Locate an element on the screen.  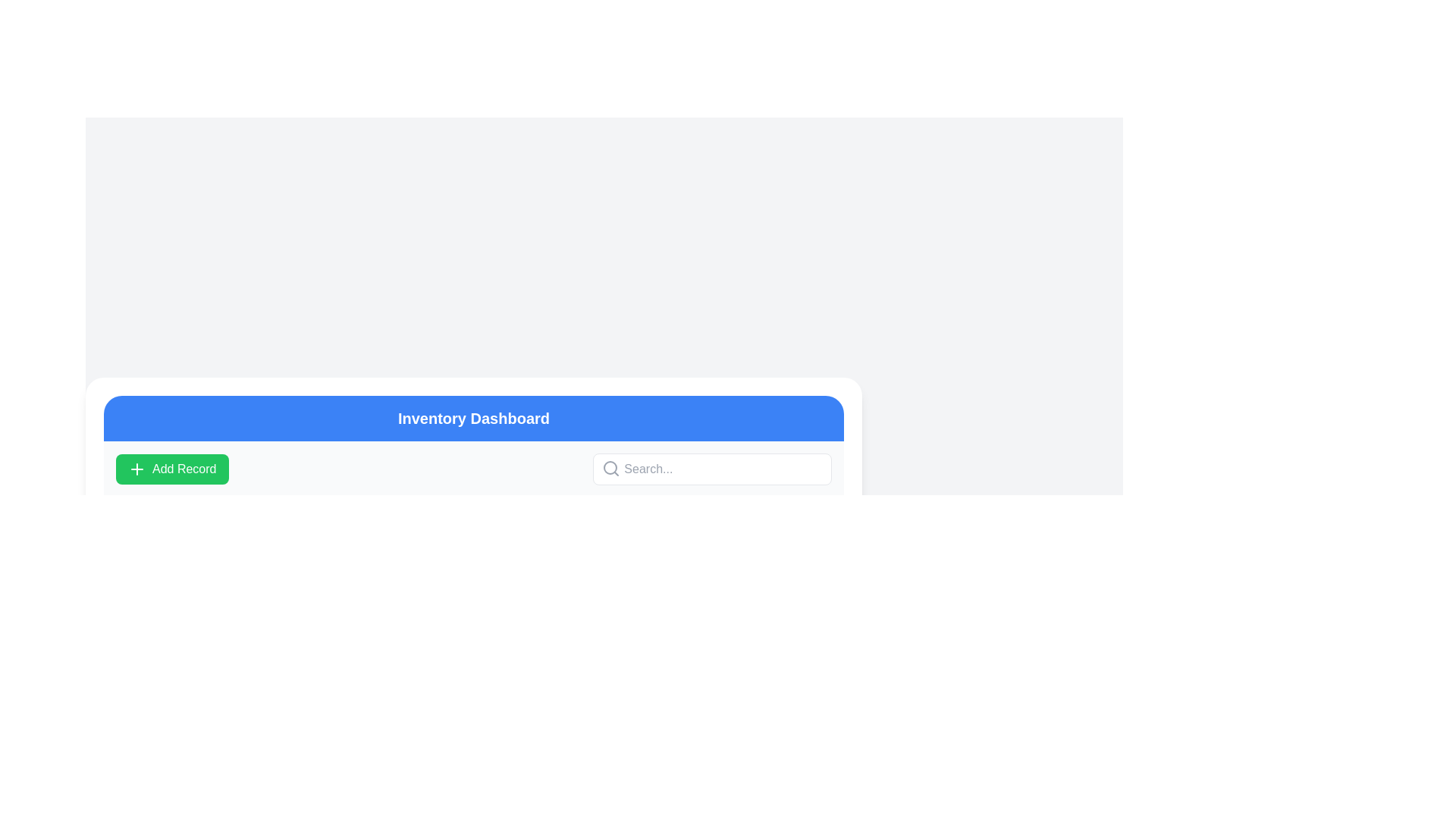
the circular lens part of the magnifying glass icon, which symbolizes the search functionality located to the left of the 'Inventory Dashboard' search input field is located at coordinates (610, 467).